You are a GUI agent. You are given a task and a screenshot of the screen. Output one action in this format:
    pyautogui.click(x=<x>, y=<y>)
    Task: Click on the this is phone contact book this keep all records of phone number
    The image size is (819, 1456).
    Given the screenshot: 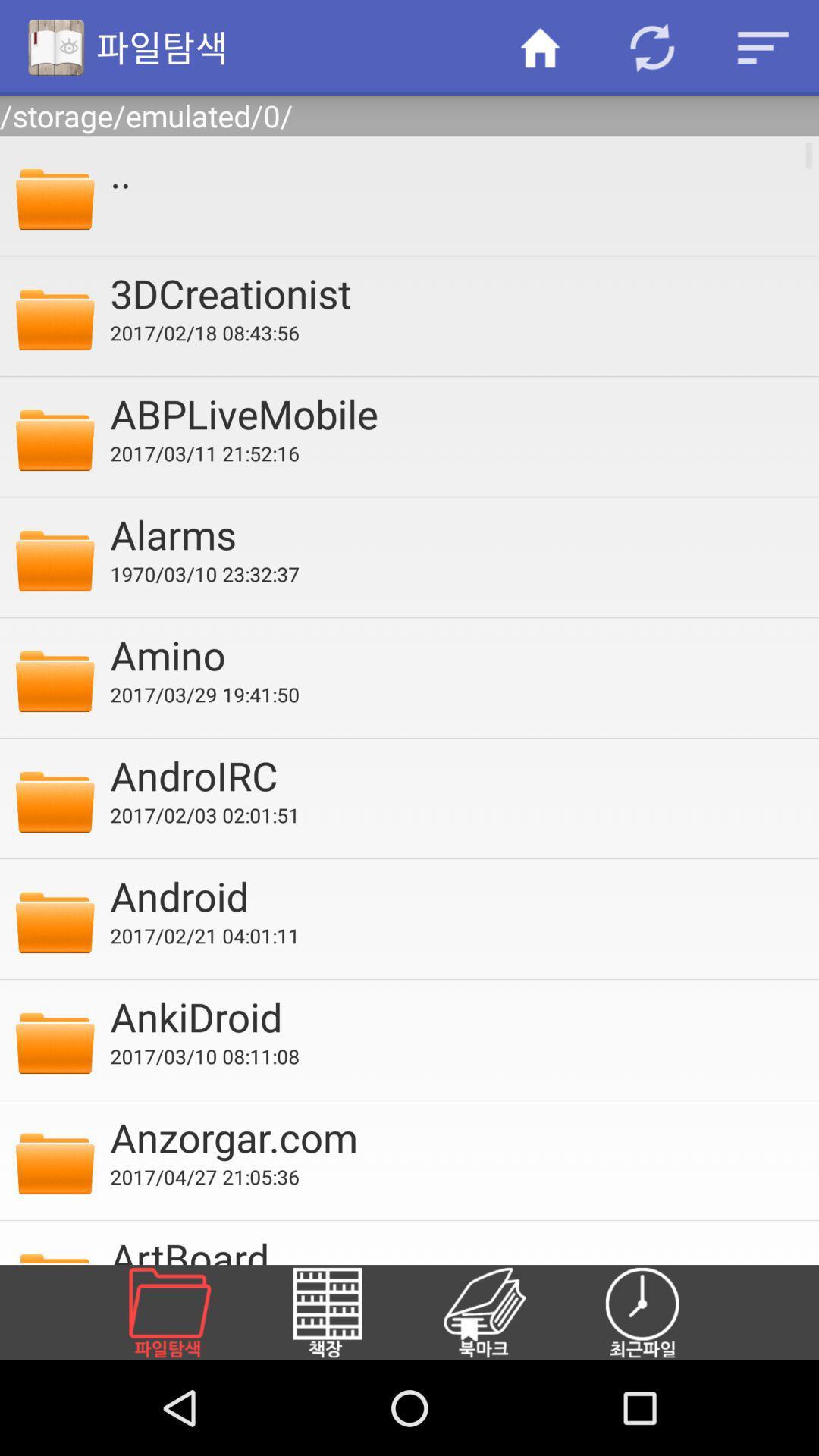 What is the action you would take?
    pyautogui.click(x=503, y=1312)
    